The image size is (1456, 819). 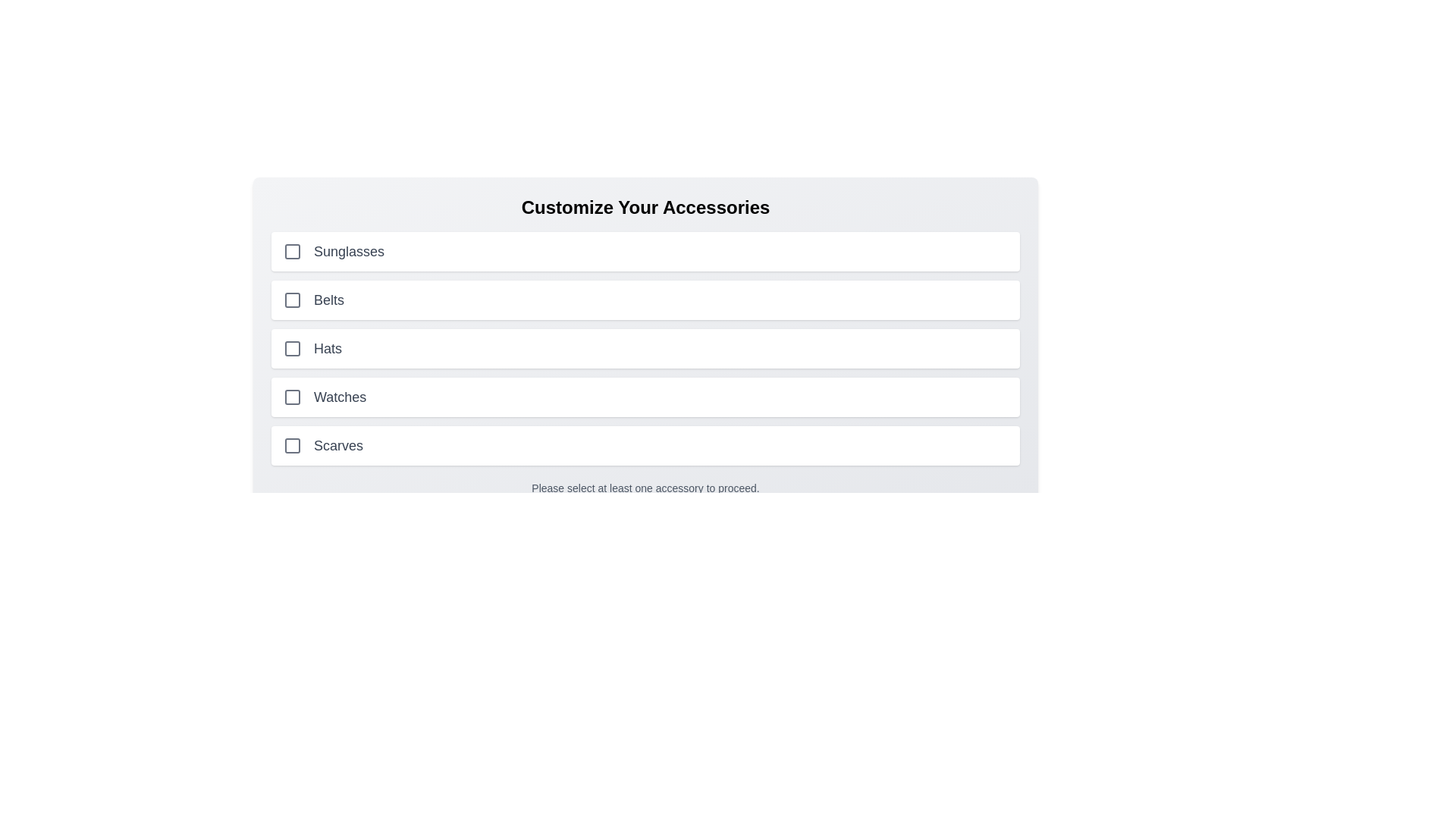 I want to click on the 'Hats' option list item, which is the third item in the options list, so click(x=645, y=348).